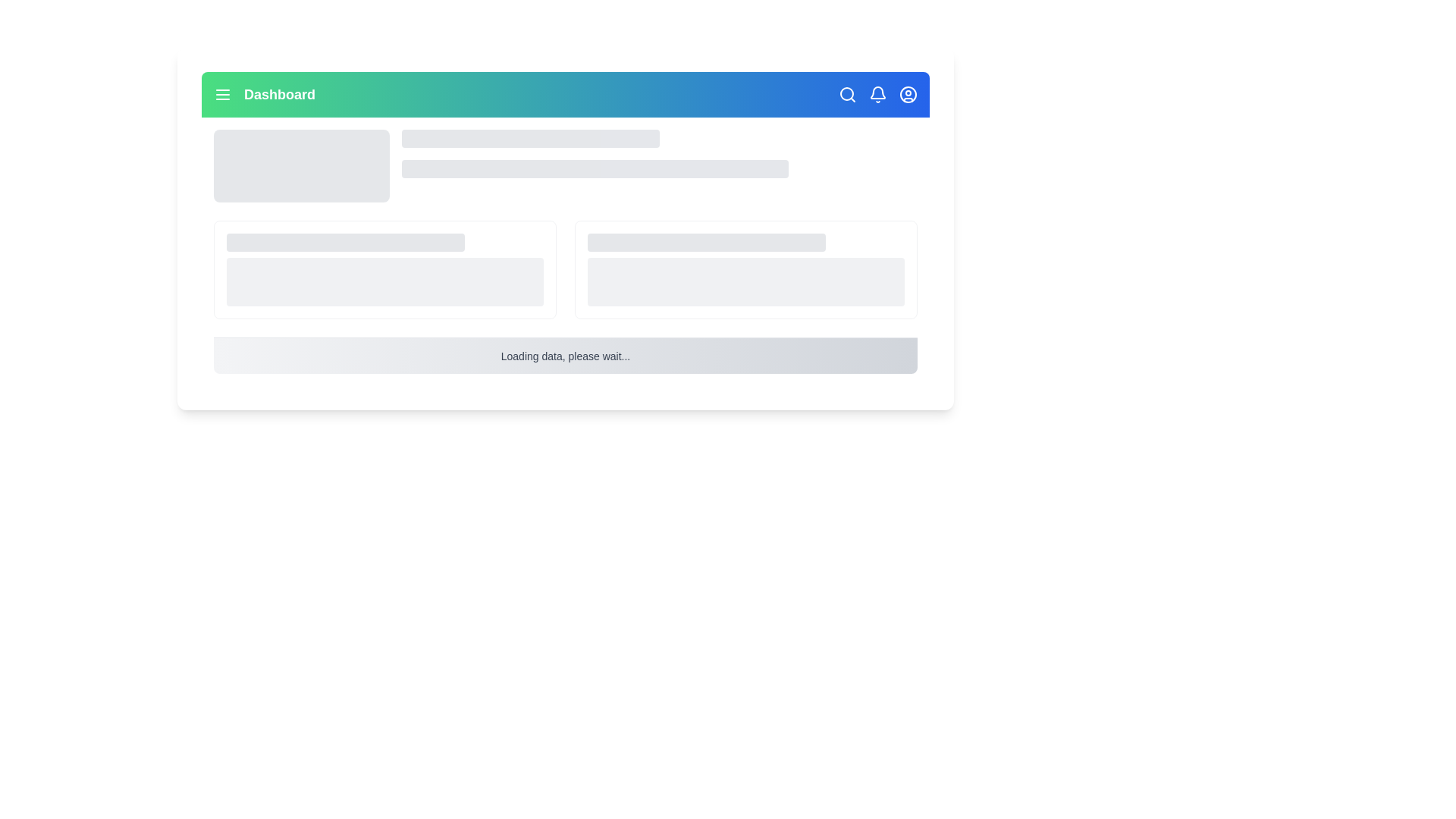 This screenshot has width=1456, height=819. What do you see at coordinates (280, 94) in the screenshot?
I see `the 'Dashboard' text label, which is a bold, larger white font against a gradient green-to-blue background, located centrally in the header section` at bounding box center [280, 94].